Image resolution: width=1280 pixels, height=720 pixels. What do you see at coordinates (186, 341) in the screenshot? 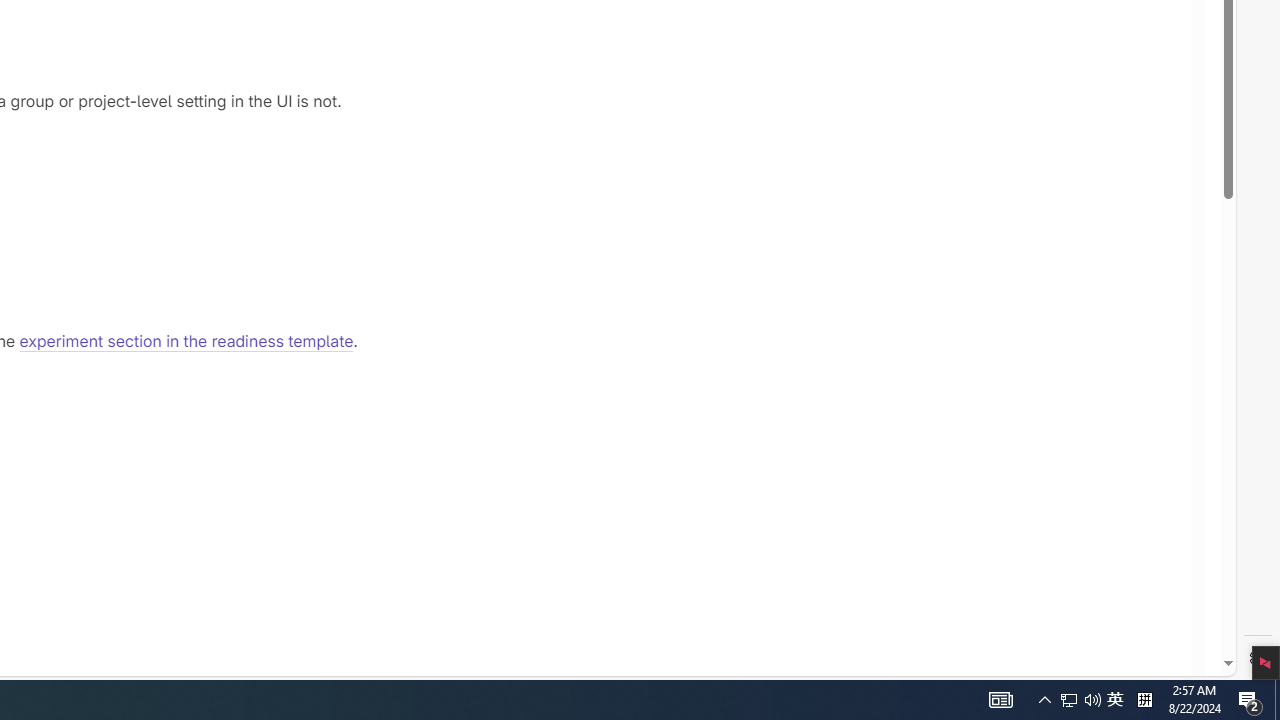
I see `'experiment section in the readiness template'` at bounding box center [186, 341].